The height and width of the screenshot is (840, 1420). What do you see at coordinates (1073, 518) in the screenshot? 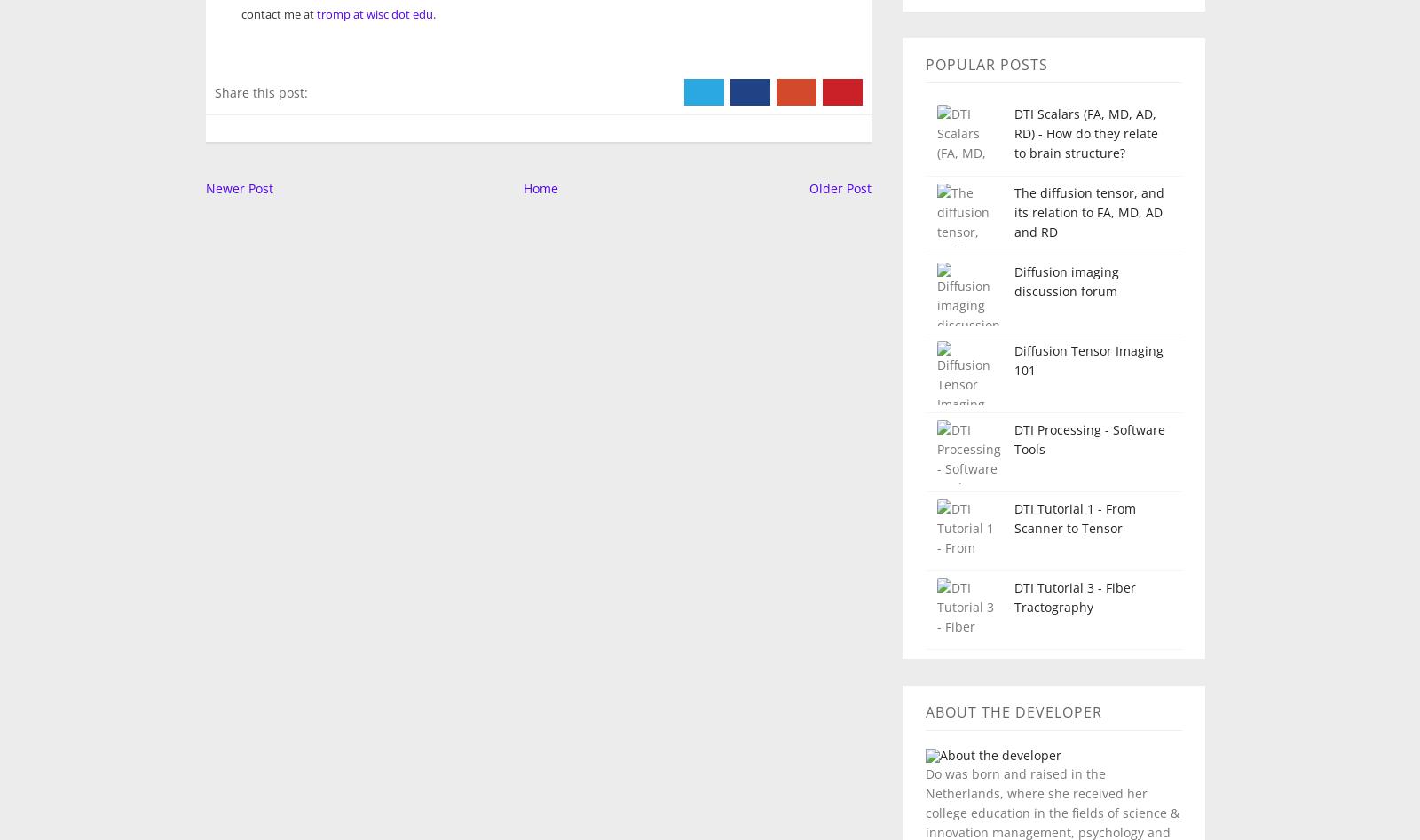
I see `'DTI Tutorial 1 - From Scanner to Tensor'` at bounding box center [1073, 518].